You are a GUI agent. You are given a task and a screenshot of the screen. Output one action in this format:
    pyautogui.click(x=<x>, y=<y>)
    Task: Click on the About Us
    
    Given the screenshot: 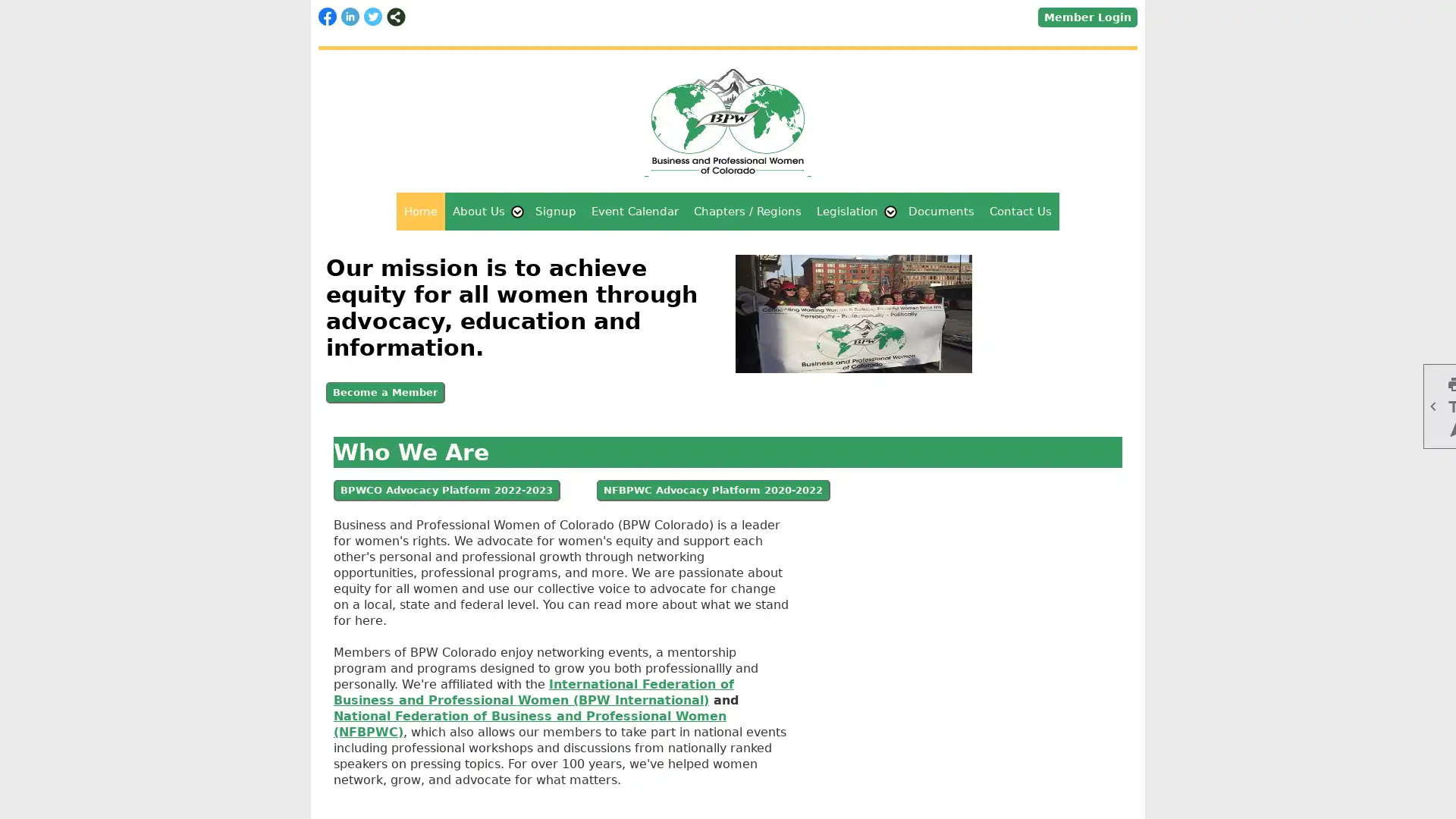 What is the action you would take?
    pyautogui.click(x=486, y=211)
    